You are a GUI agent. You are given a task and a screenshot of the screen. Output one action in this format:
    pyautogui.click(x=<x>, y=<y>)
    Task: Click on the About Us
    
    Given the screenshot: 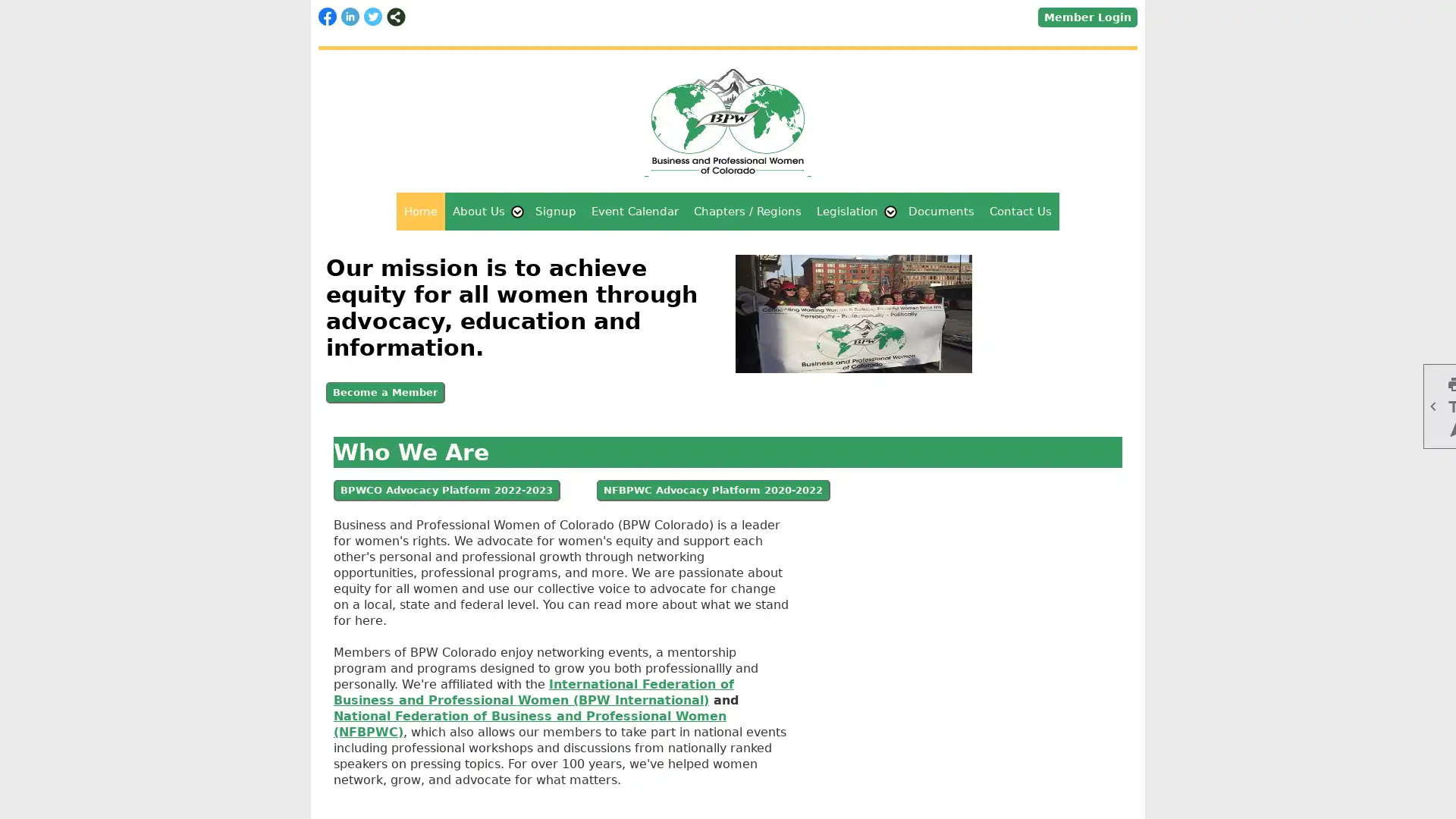 What is the action you would take?
    pyautogui.click(x=486, y=211)
    